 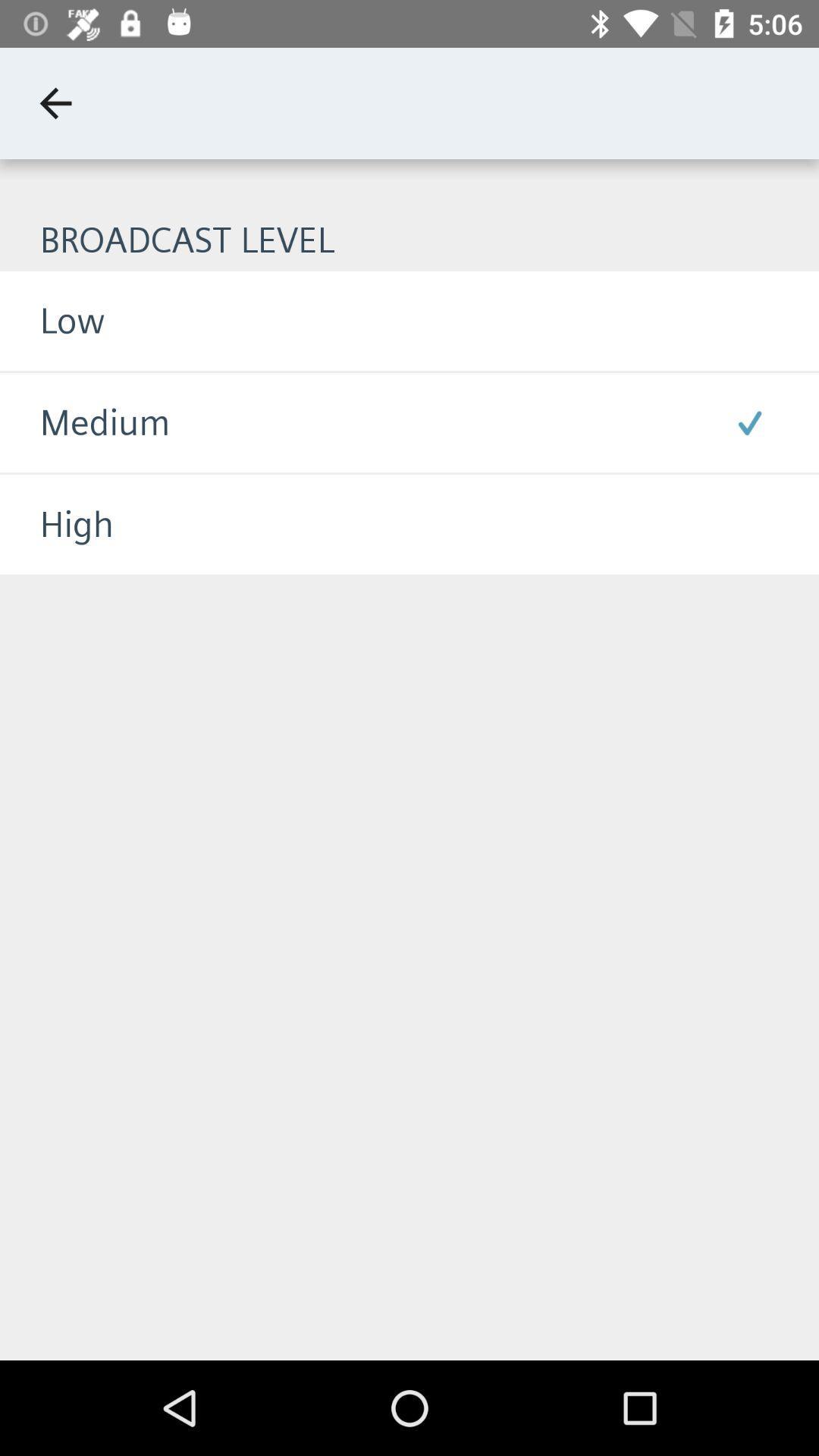 I want to click on medium item, so click(x=85, y=422).